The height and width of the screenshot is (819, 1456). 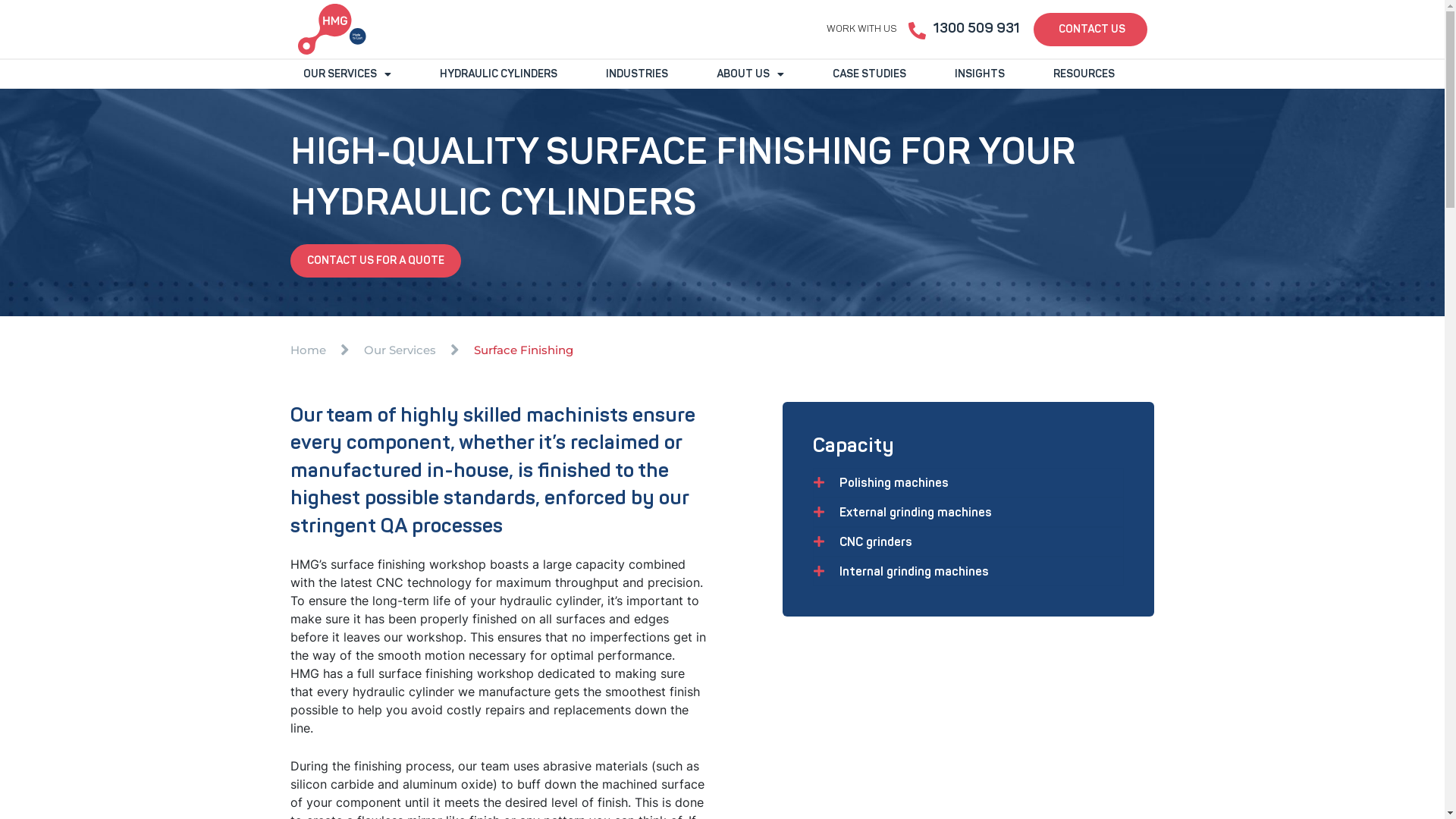 What do you see at coordinates (375, 259) in the screenshot?
I see `'CONTACT US FOR A QUOTE'` at bounding box center [375, 259].